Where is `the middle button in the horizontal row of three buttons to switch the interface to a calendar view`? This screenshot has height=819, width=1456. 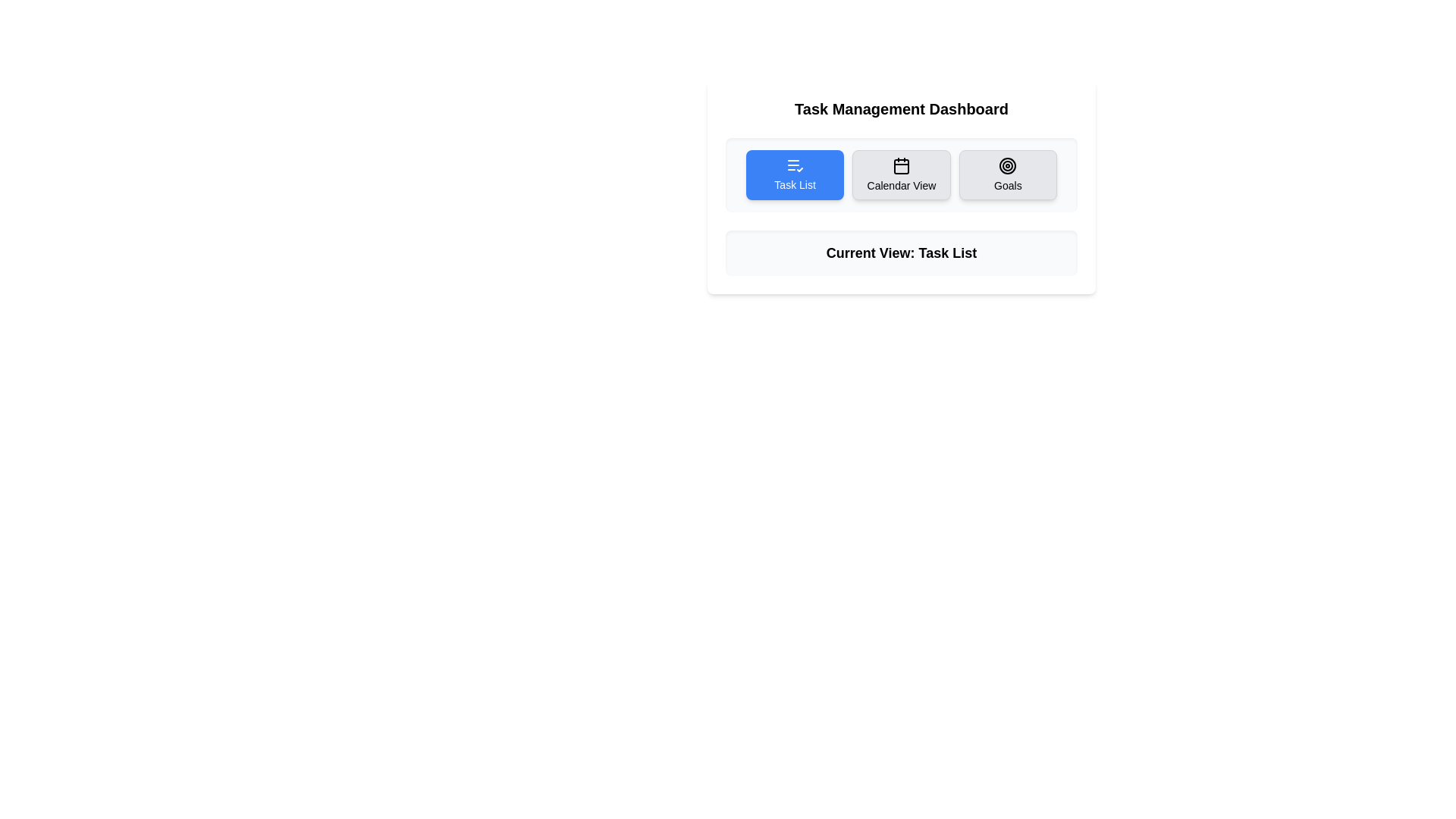
the middle button in the horizontal row of three buttons to switch the interface to a calendar view is located at coordinates (902, 174).